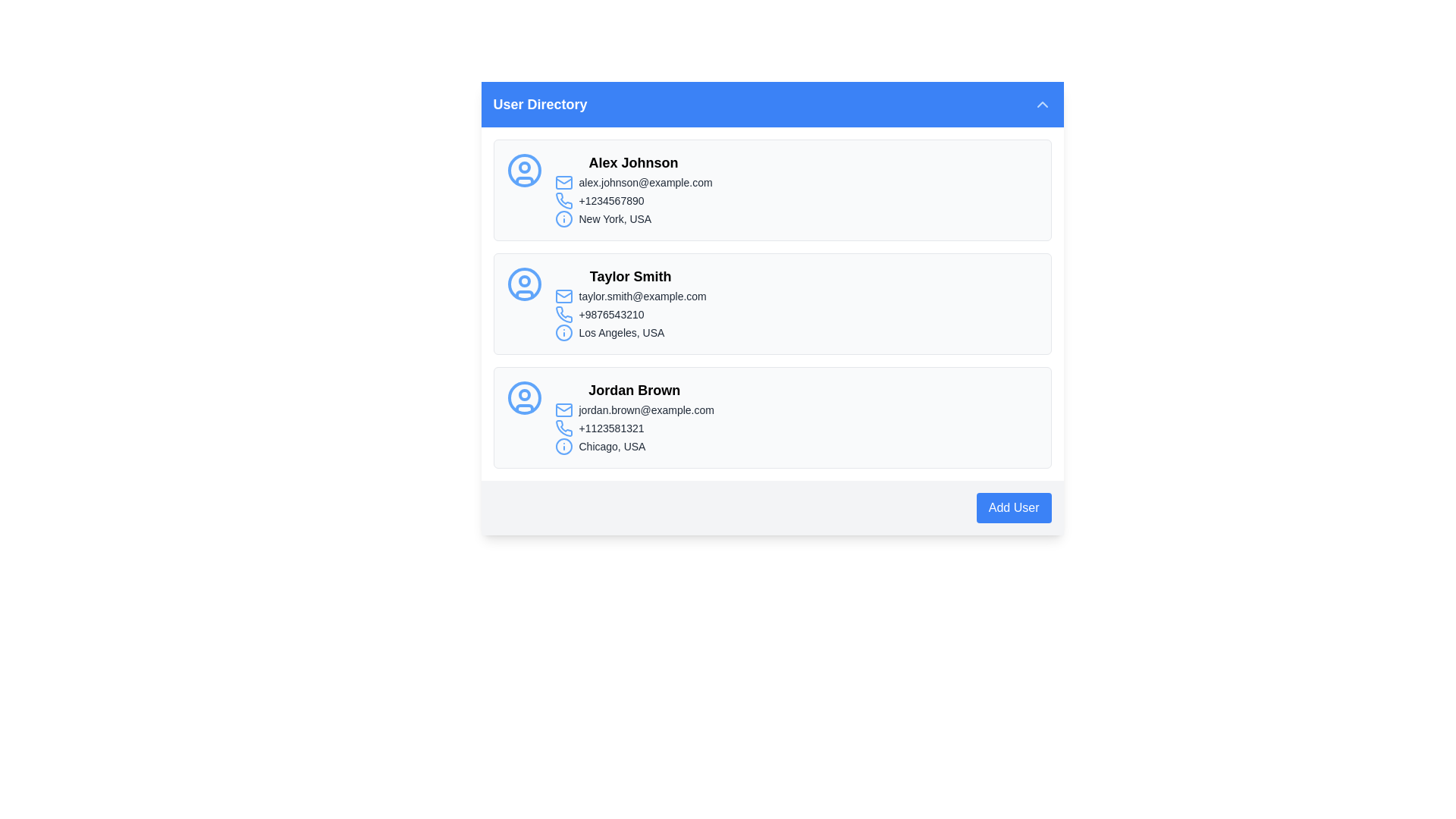 Image resolution: width=1456 pixels, height=819 pixels. I want to click on the small circular SVG icon with a blue outline and white interior that features an 'i' symbol, located next to the location text for Taylor Smith in the User Directory card, so click(563, 332).